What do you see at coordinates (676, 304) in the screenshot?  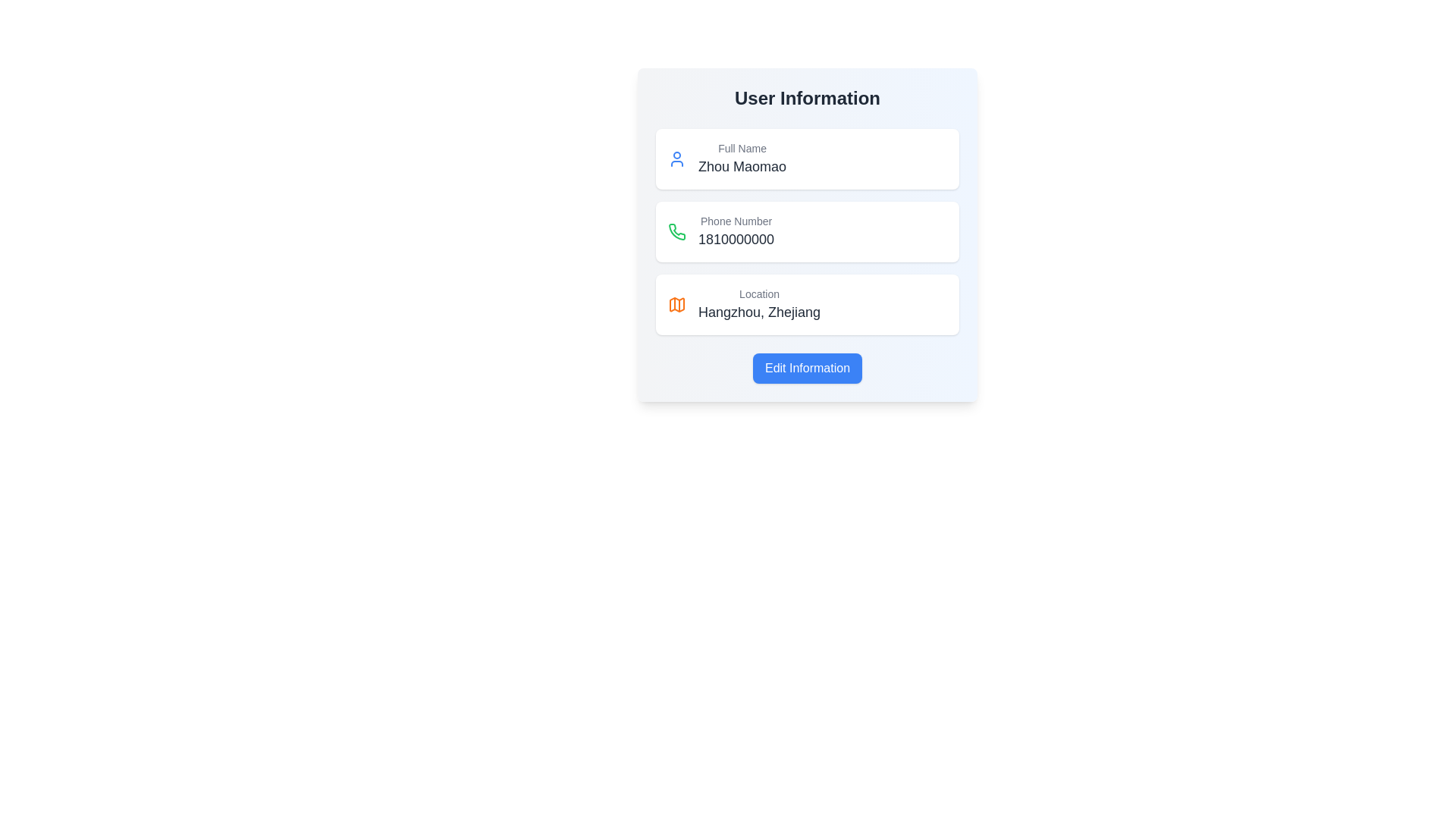 I see `the location icon representing 'Hangzhou, Zhejiang' in the user information section, positioned at the top-left corner of the field` at bounding box center [676, 304].